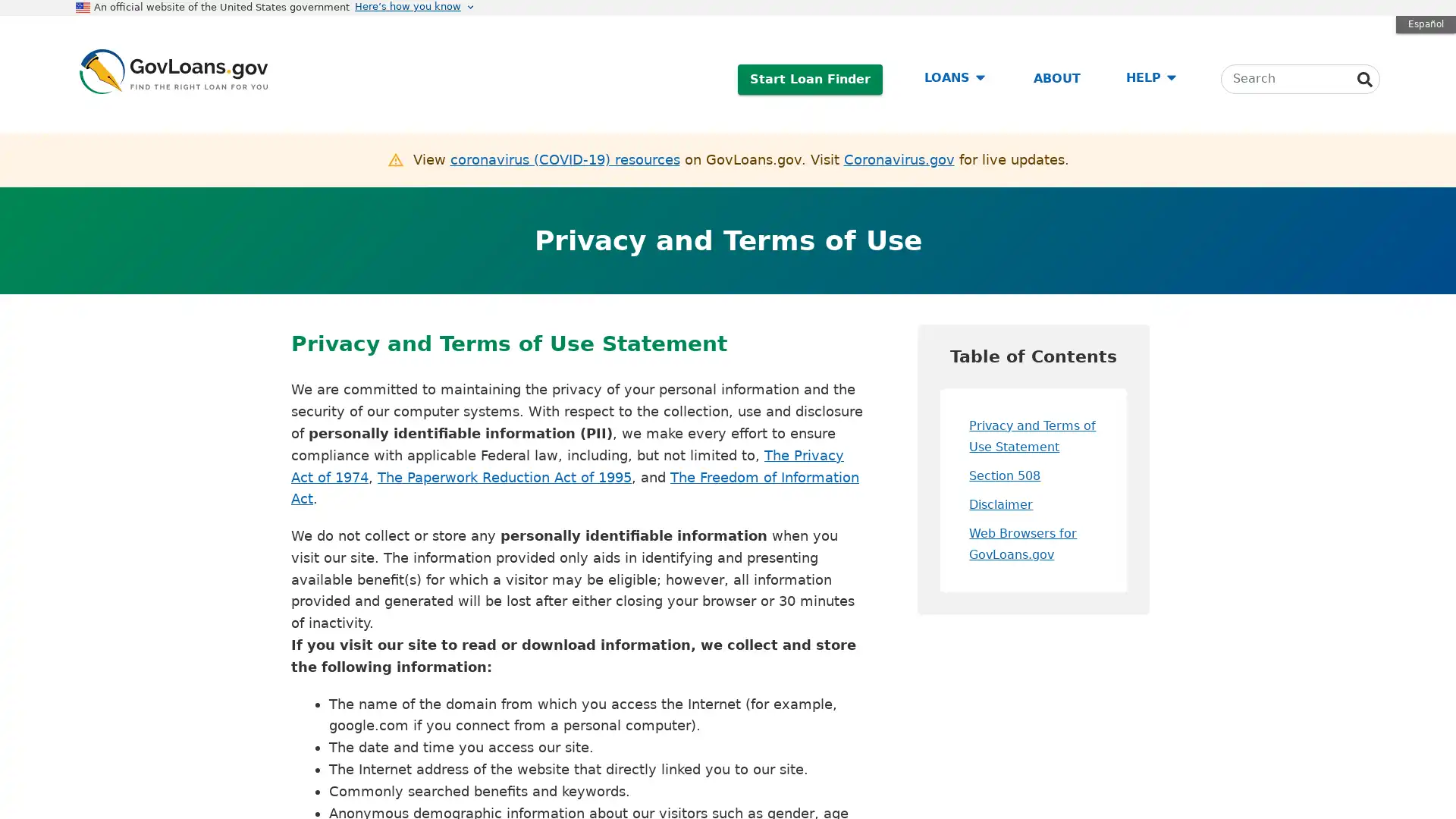 The width and height of the screenshot is (1456, 819). Describe the element at coordinates (1365, 79) in the screenshot. I see `Search` at that location.